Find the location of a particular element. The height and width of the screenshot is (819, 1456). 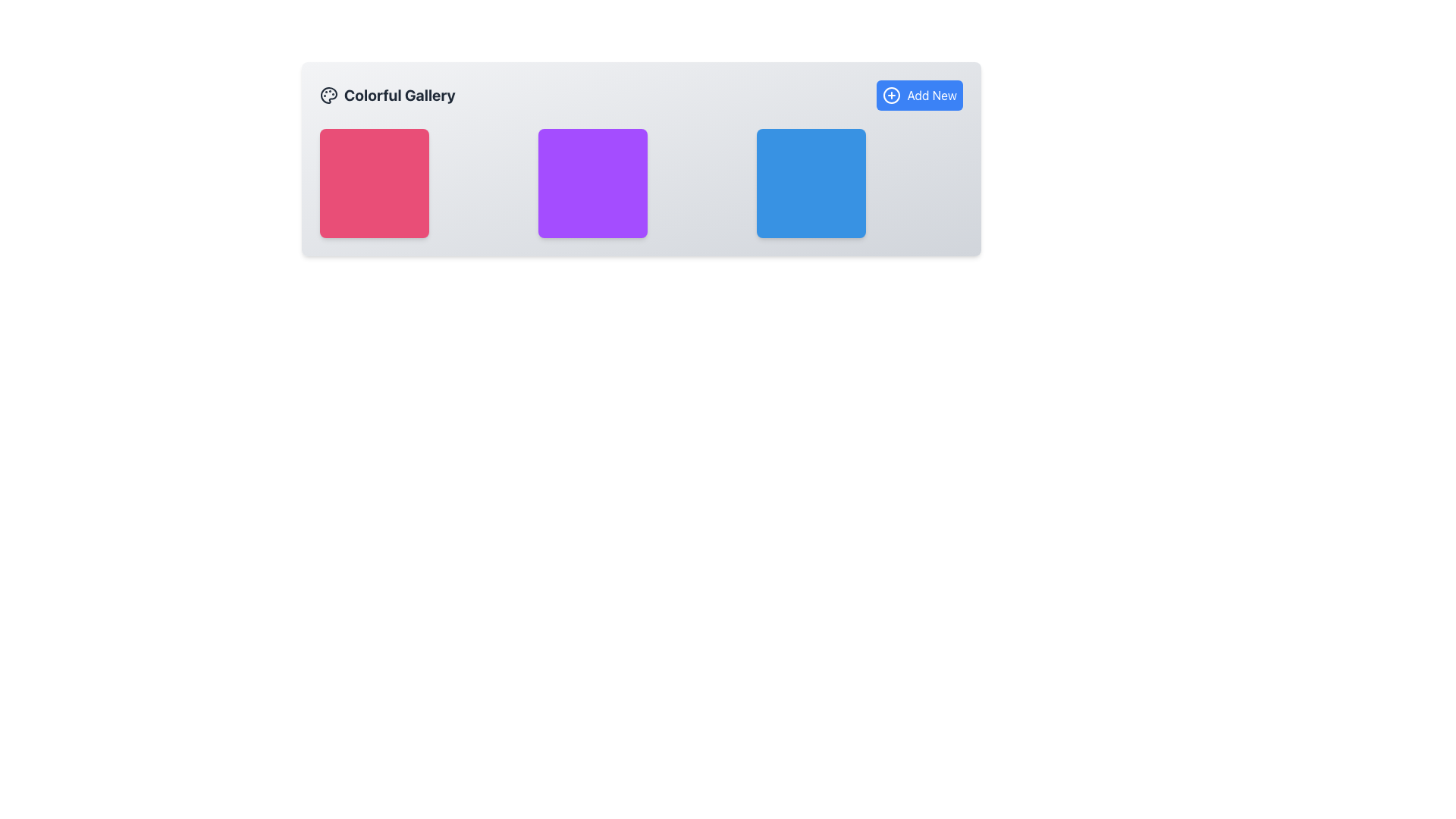

the vibrant pink clickable block with rounded corners located in the first position of the grid layout, adjacent to the 'Colorful Gallery' title and the purple block is located at coordinates (422, 183).